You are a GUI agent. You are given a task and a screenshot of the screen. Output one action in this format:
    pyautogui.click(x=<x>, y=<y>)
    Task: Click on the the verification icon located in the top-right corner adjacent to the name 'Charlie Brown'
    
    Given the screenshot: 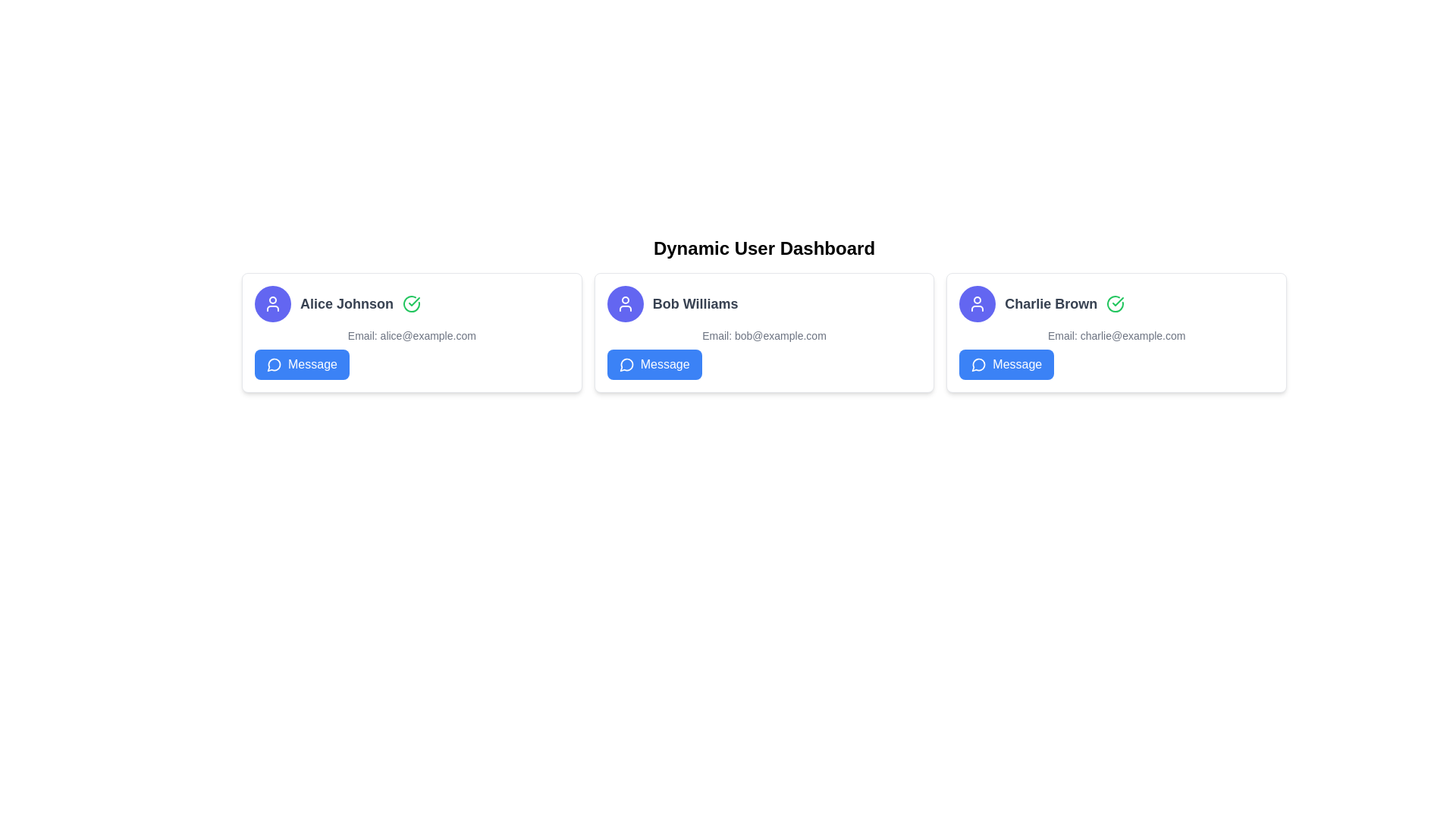 What is the action you would take?
    pyautogui.click(x=1116, y=304)
    